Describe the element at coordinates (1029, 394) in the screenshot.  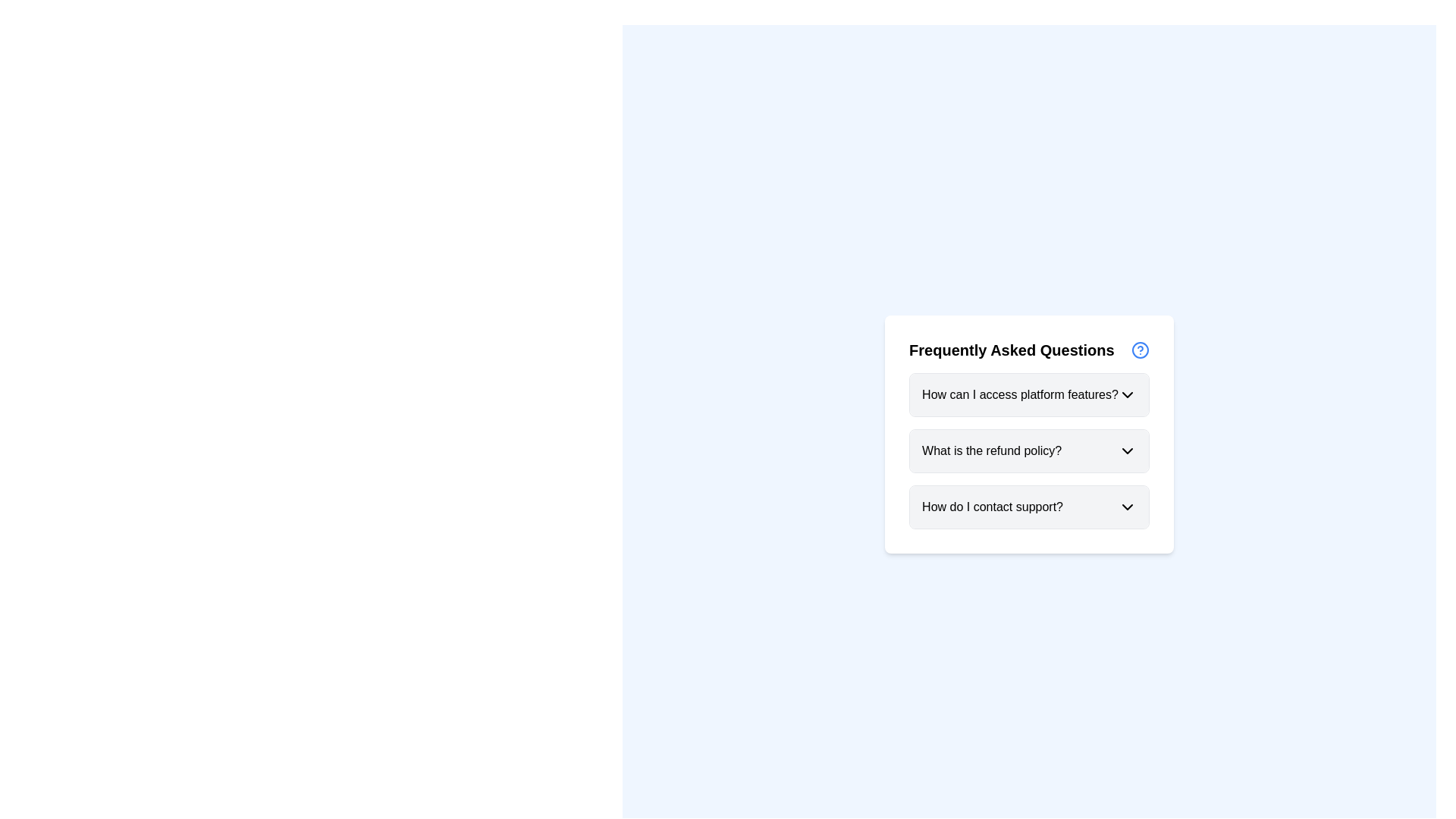
I see `the first item in the Frequently Asked Questions list, labeled 'How can I access platform features?'` at that location.